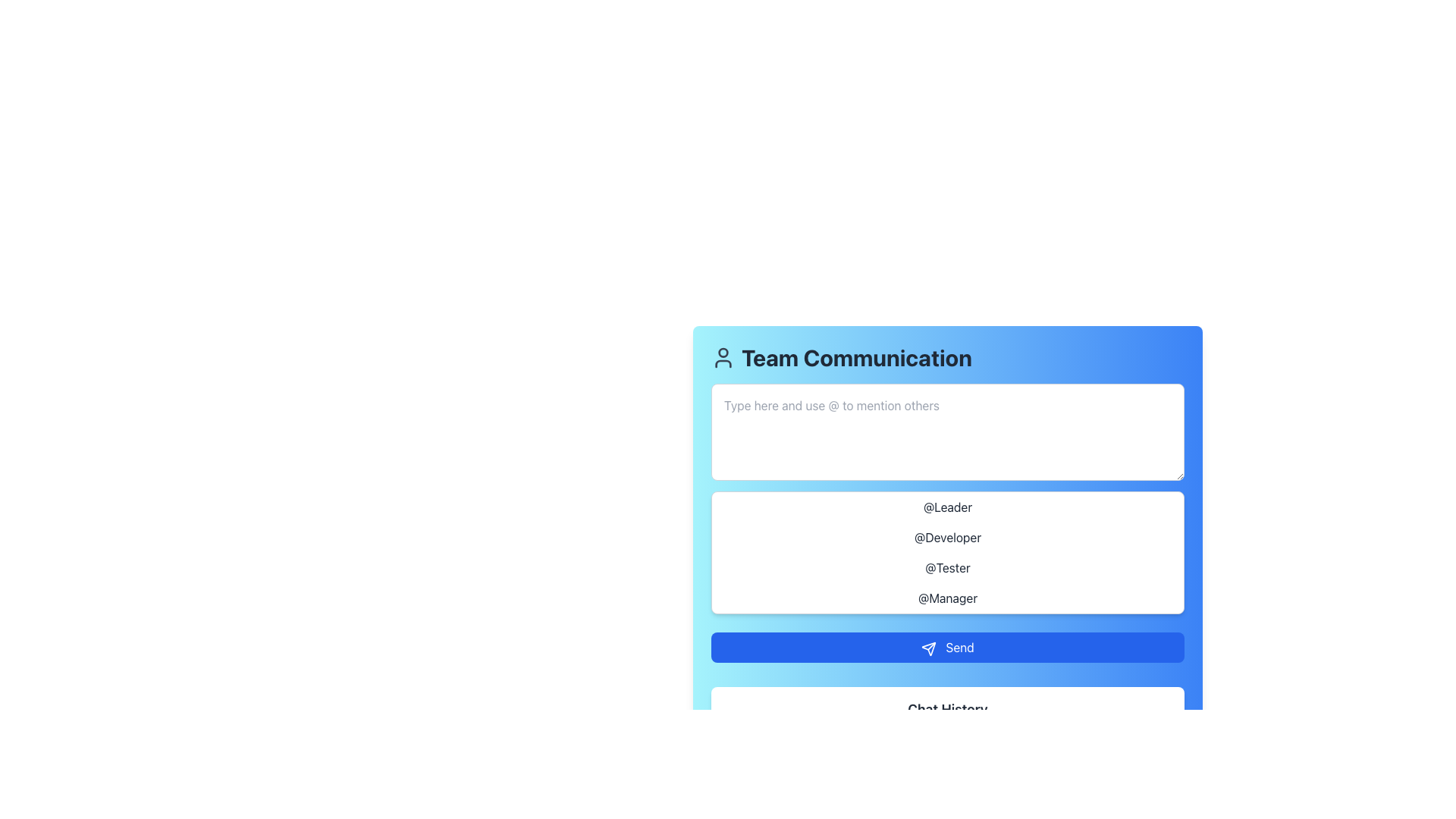  Describe the element at coordinates (946, 647) in the screenshot. I see `the message send button located at the bottom center of the communication interface` at that location.